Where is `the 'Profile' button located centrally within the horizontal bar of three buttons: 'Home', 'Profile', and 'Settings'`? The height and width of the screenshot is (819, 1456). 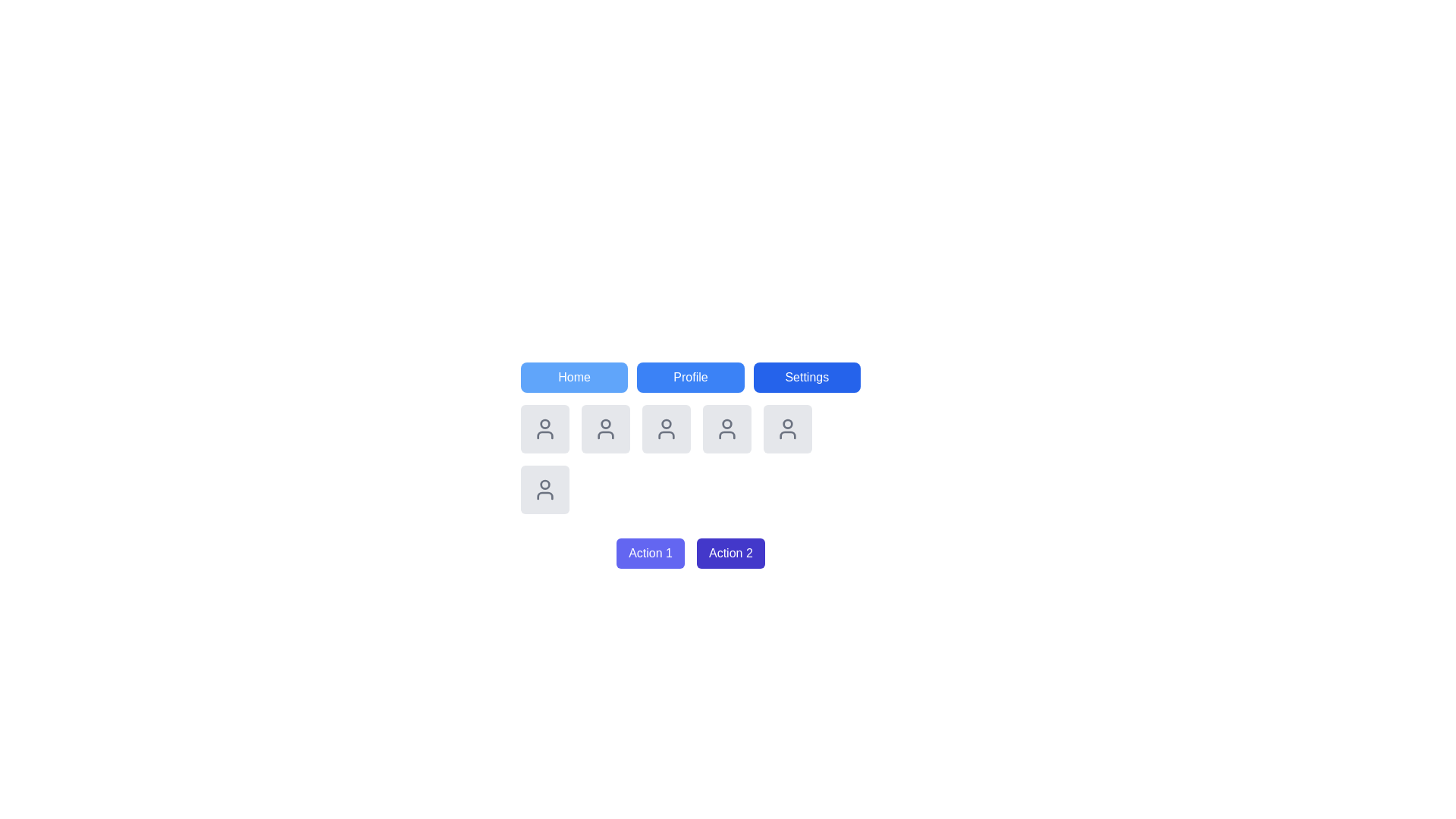
the 'Profile' button located centrally within the horizontal bar of three buttons: 'Home', 'Profile', and 'Settings' is located at coordinates (690, 376).